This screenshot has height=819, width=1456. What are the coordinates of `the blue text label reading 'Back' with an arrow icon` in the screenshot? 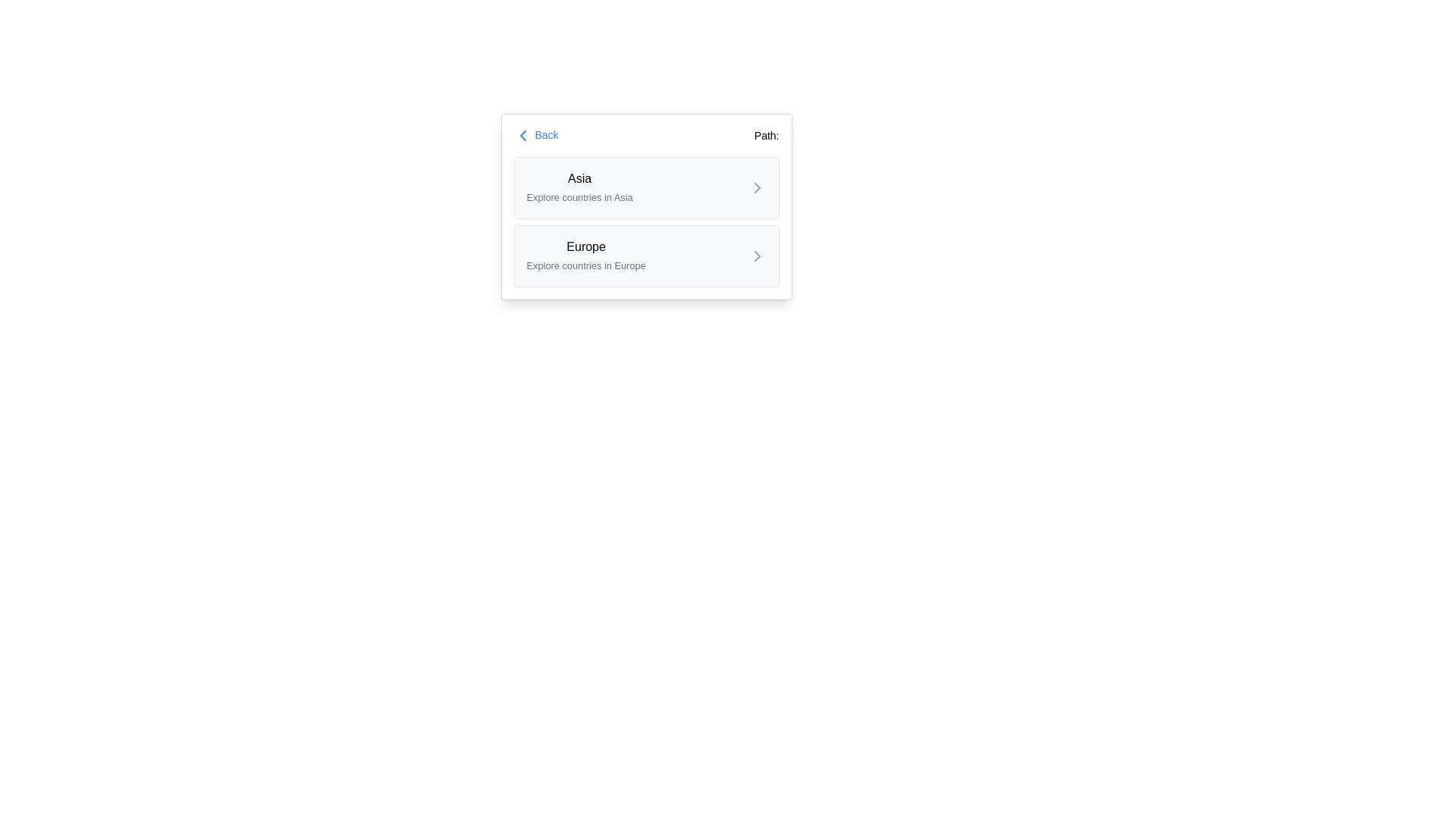 It's located at (535, 134).